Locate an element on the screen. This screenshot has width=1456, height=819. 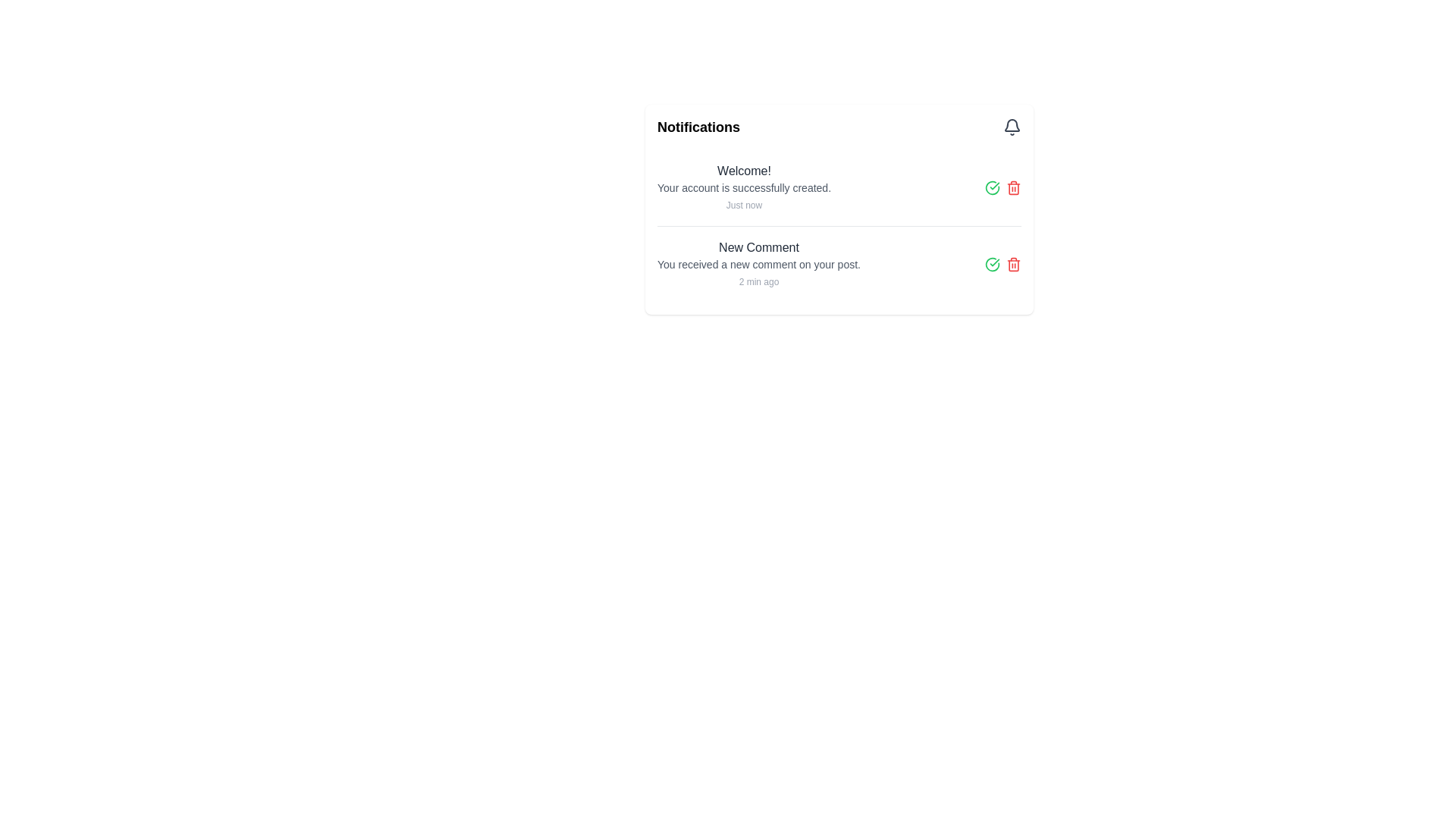
the text label displaying '2 min ago' located at the bottom-right corner of the 'New Comment' notification block is located at coordinates (758, 281).